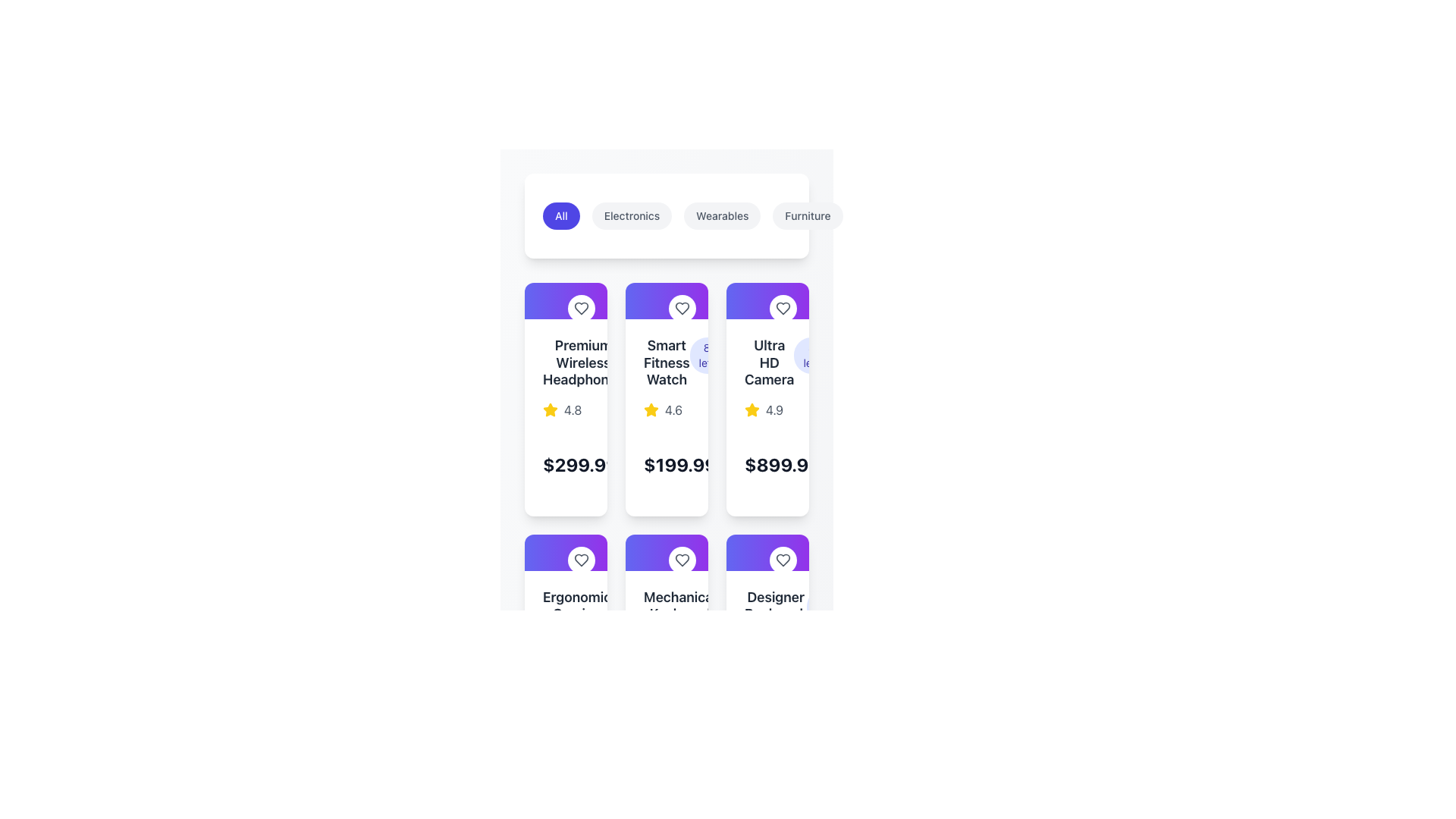 This screenshot has height=819, width=1456. I want to click on the 'Smart Fitness Watch' text label, which is prominently styled with a bold and large font and is centered within its card component, located in the second position from the left among similar cards, so click(667, 362).